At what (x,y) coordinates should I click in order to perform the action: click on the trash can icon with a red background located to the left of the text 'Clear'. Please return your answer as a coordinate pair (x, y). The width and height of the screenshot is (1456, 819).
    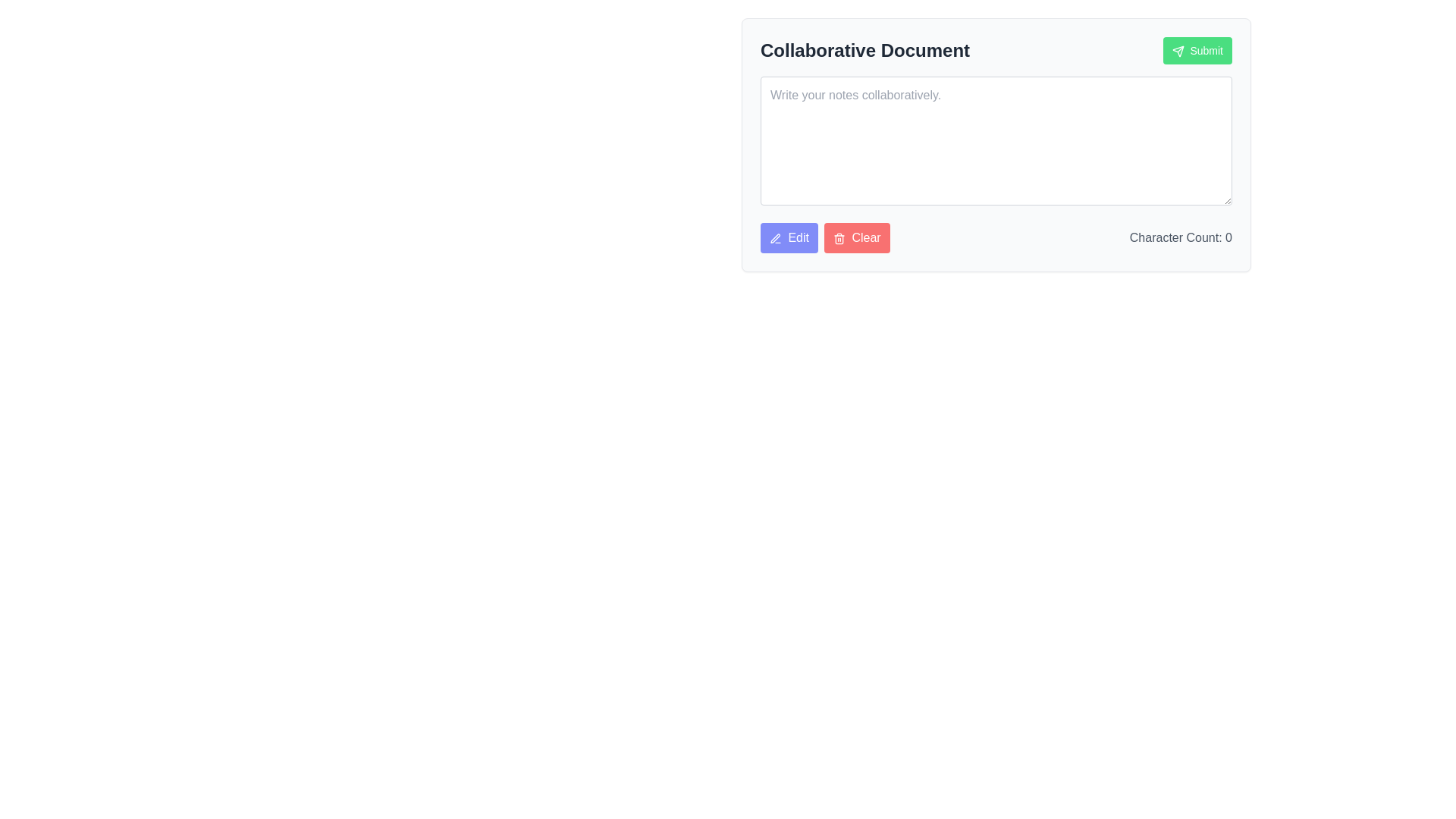
    Looking at the image, I should click on (839, 238).